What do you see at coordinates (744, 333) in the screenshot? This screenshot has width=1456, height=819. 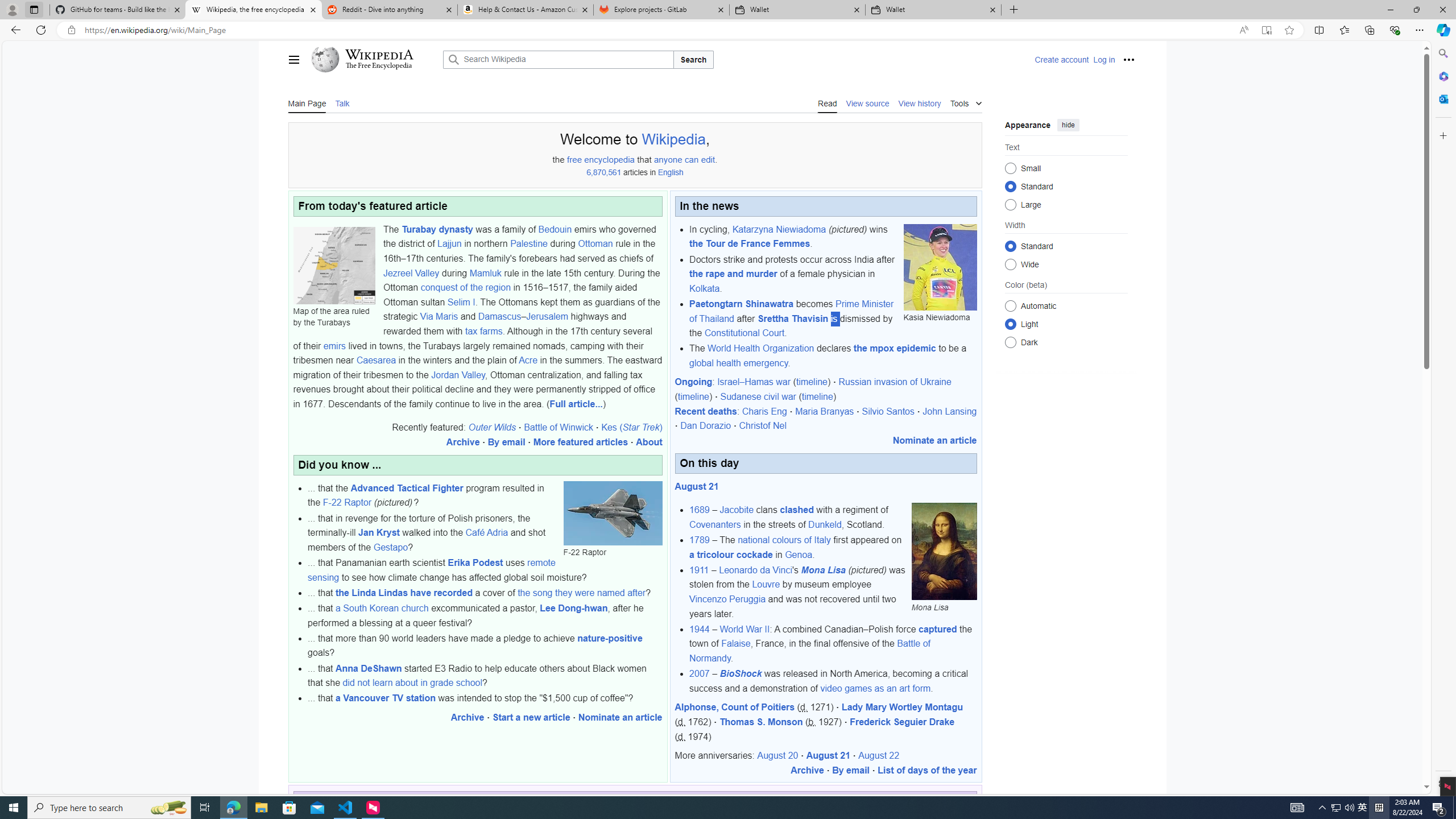 I see `'Constitutional Court'` at bounding box center [744, 333].